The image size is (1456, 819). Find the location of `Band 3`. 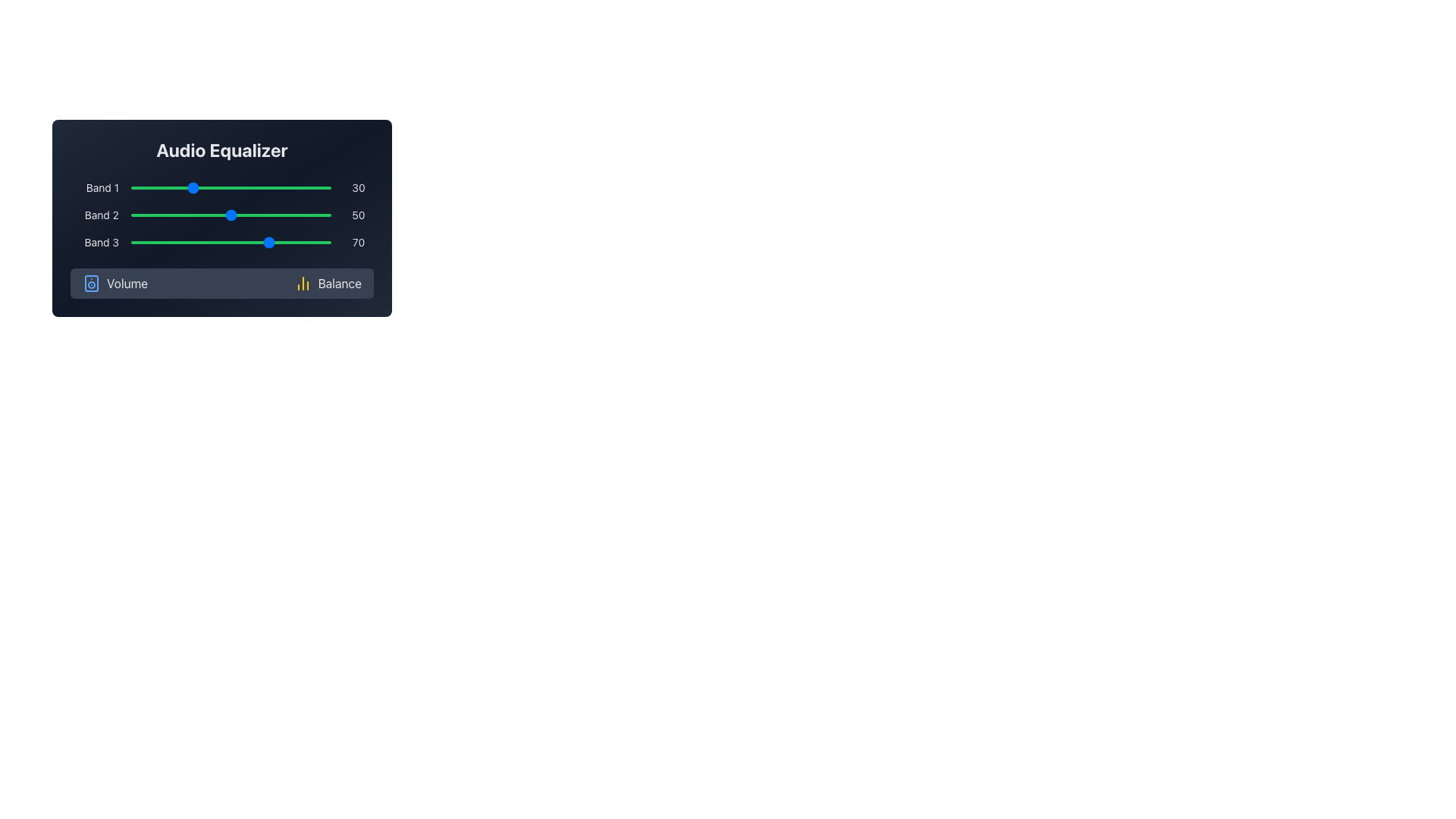

Band 3 is located at coordinates (222, 242).